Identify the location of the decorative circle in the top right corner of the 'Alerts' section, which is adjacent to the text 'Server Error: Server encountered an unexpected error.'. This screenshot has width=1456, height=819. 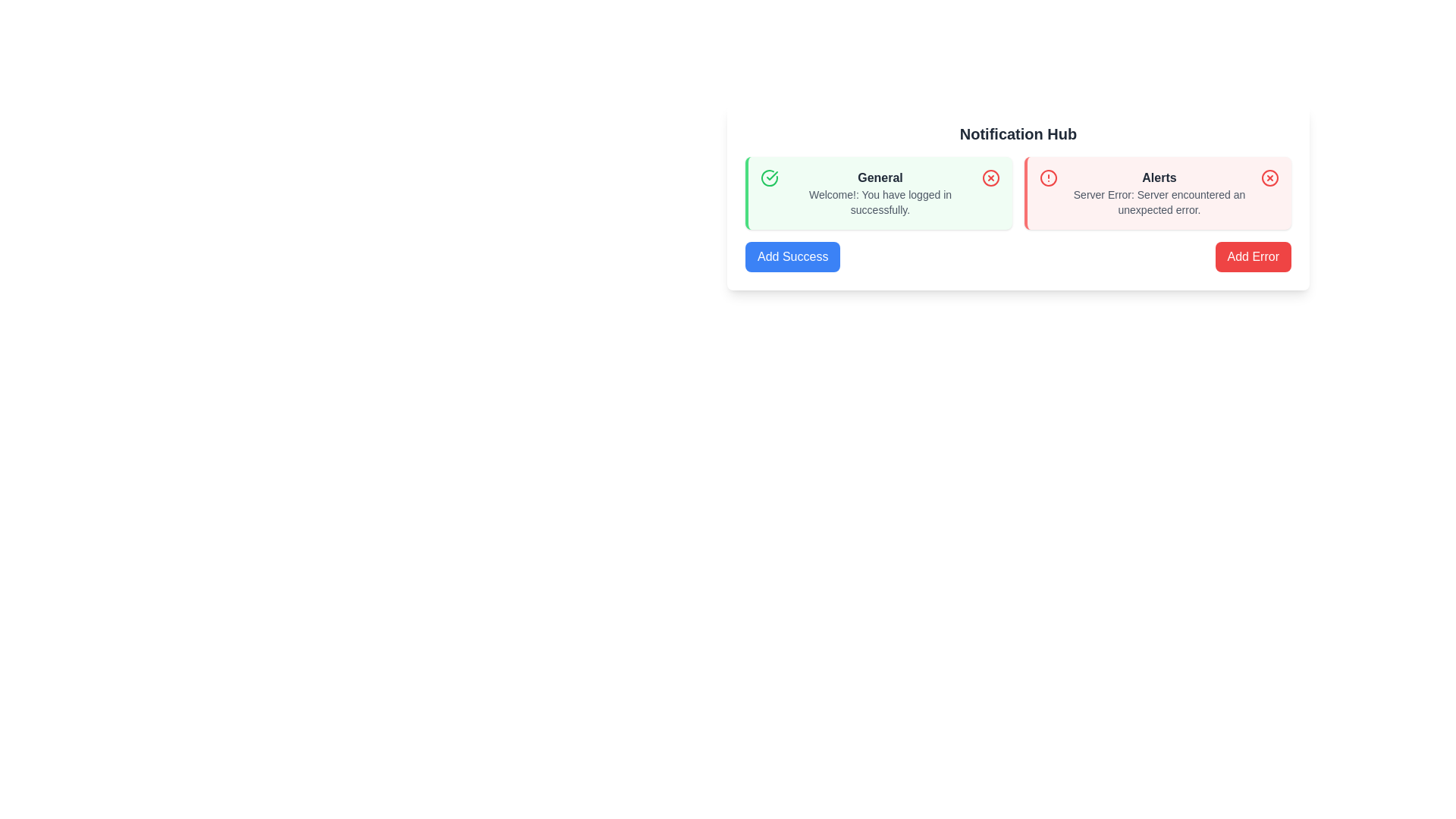
(1270, 177).